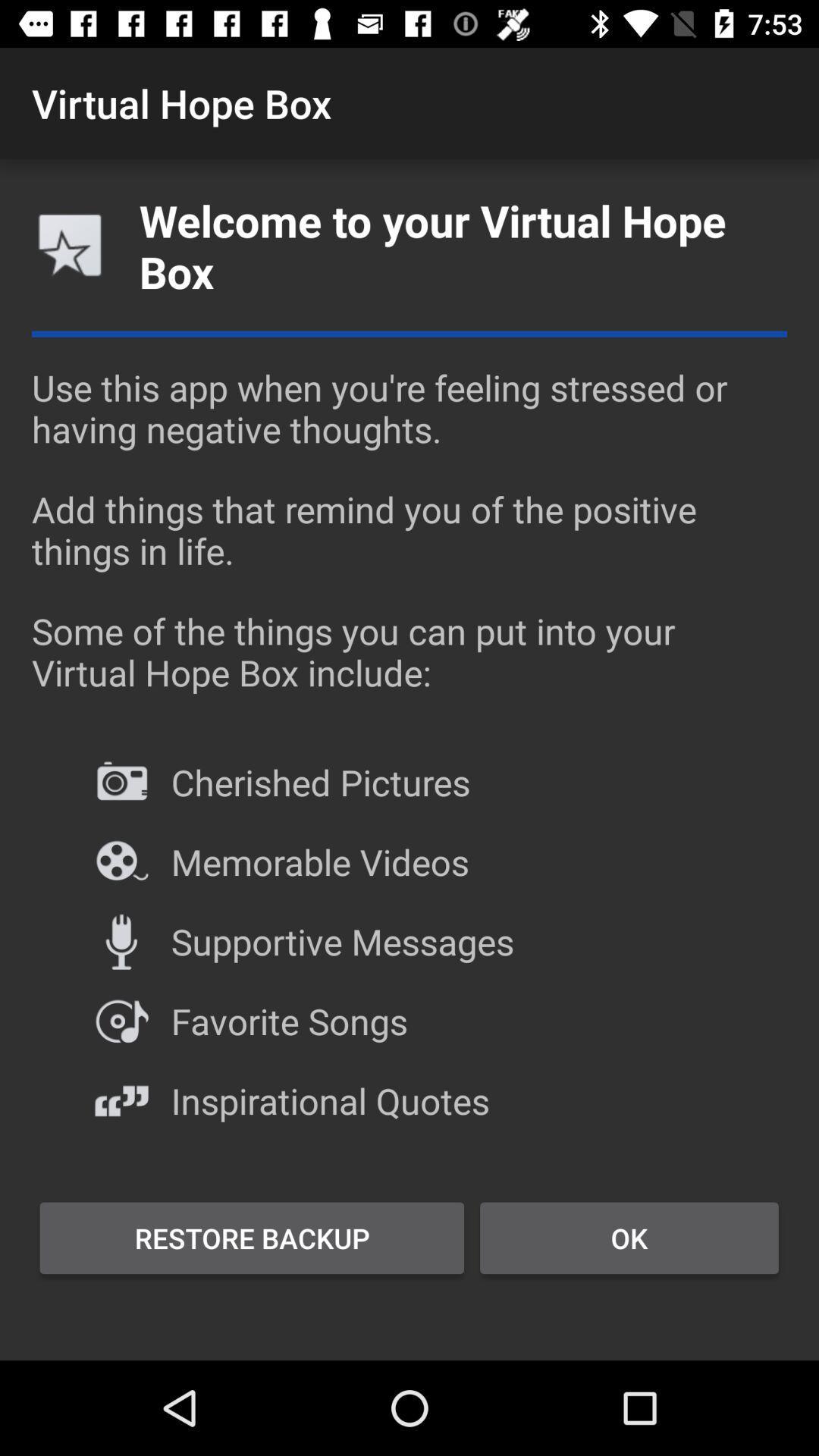  I want to click on icon below inspirational quotes icon, so click(629, 1238).